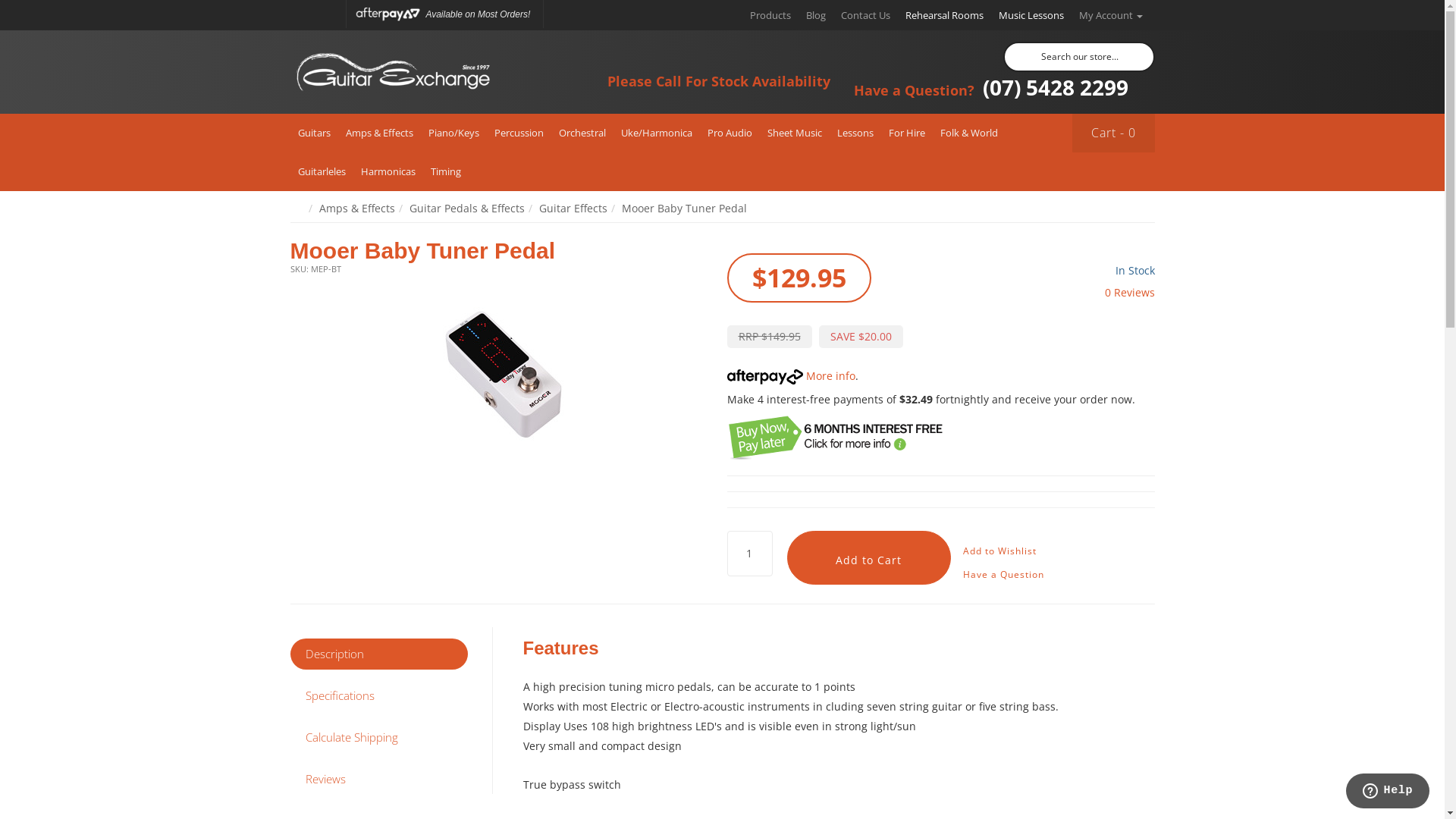 The height and width of the screenshot is (819, 1456). Describe the element at coordinates (1113, 132) in the screenshot. I see `'Cart - 0'` at that location.